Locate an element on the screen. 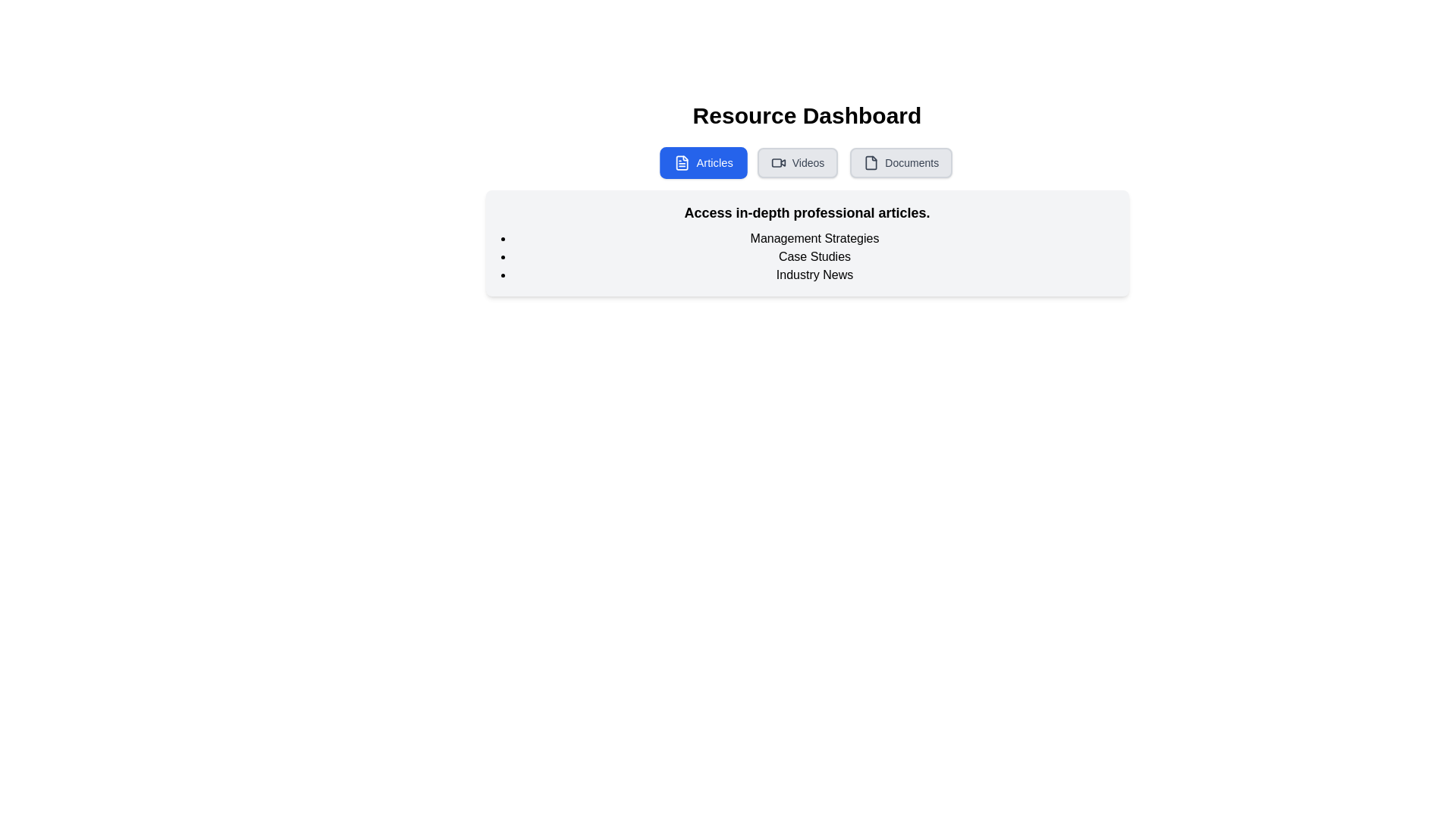 This screenshot has height=819, width=1456. the 'Documents' tab button located at the far right of the tab list is located at coordinates (901, 163).